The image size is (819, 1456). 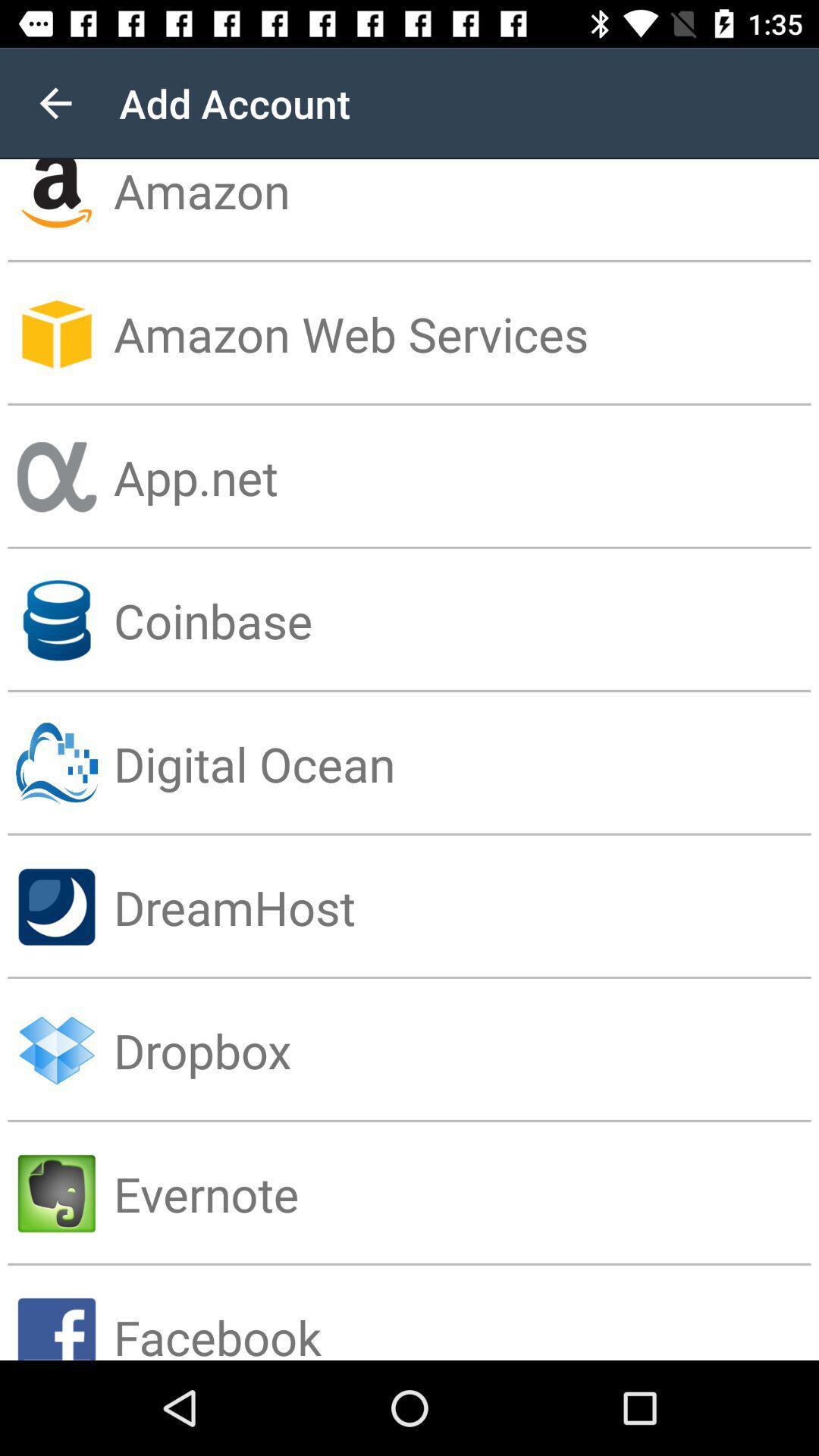 What do you see at coordinates (465, 907) in the screenshot?
I see `the icon below digital ocean item` at bounding box center [465, 907].